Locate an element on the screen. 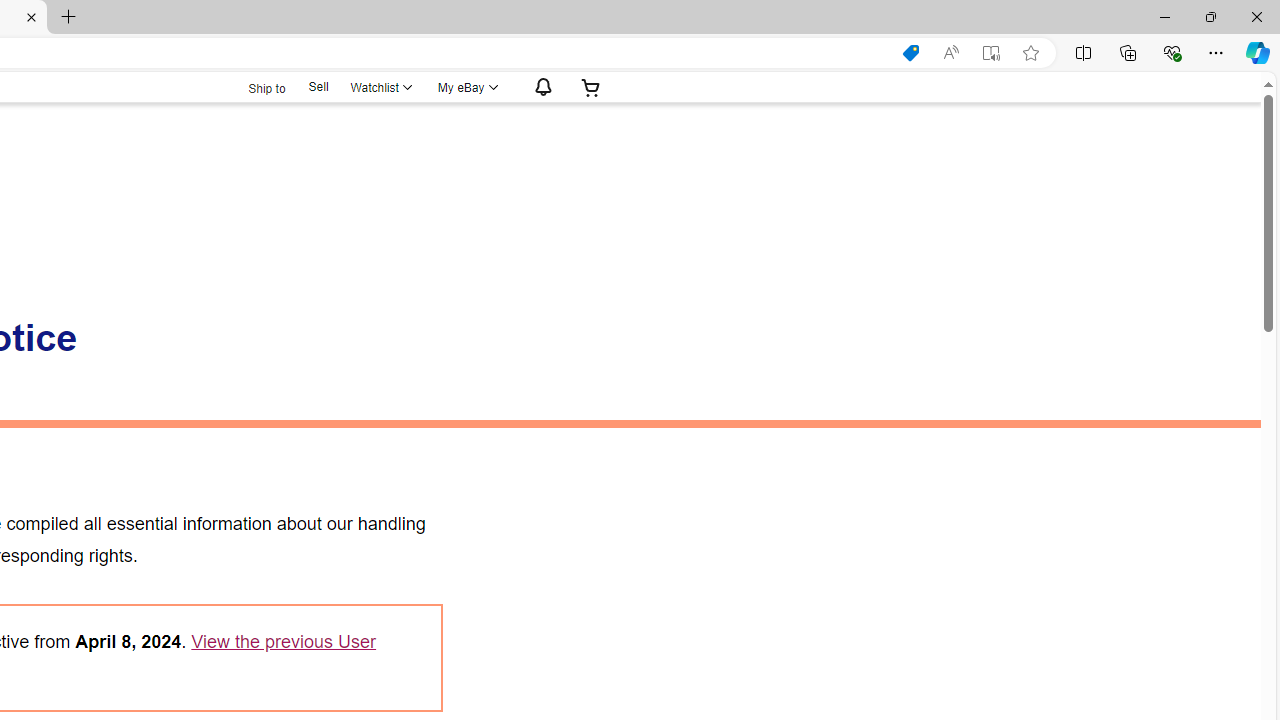 Image resolution: width=1280 pixels, height=720 pixels. 'Your shopping cart' is located at coordinates (590, 86).